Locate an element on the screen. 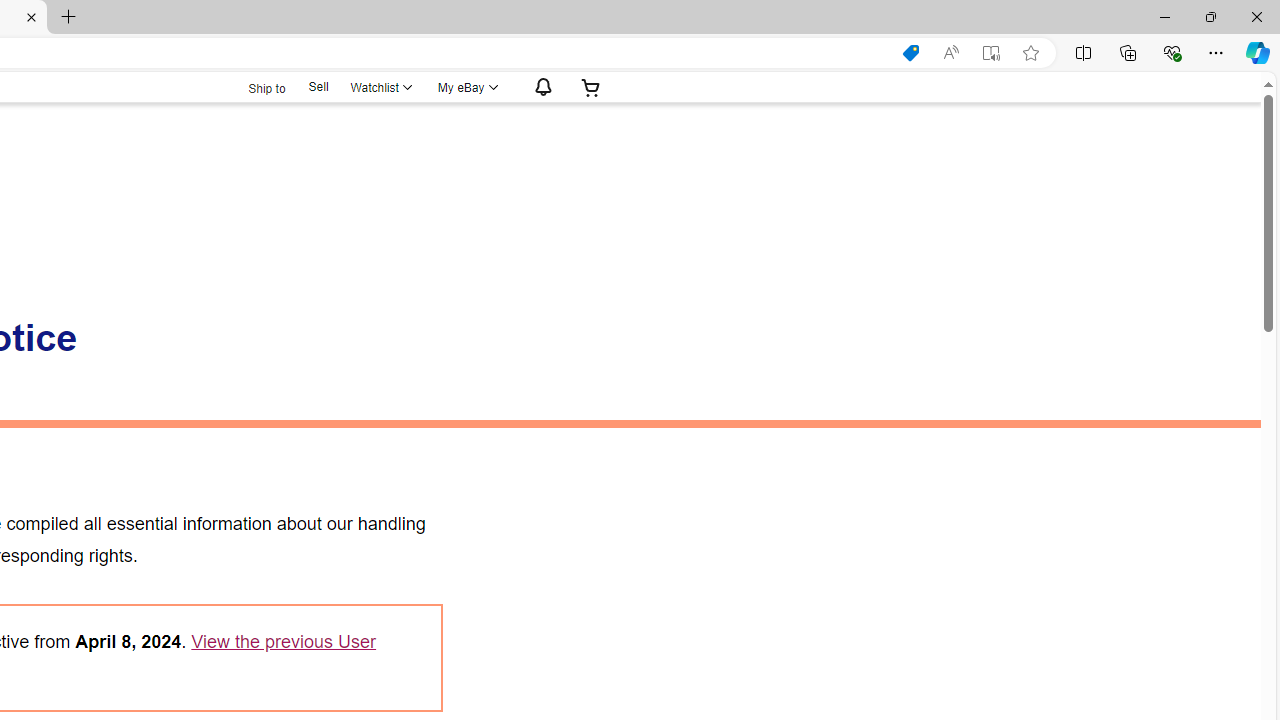 Image resolution: width=1280 pixels, height=720 pixels. 'Your shopping cart' is located at coordinates (590, 86).